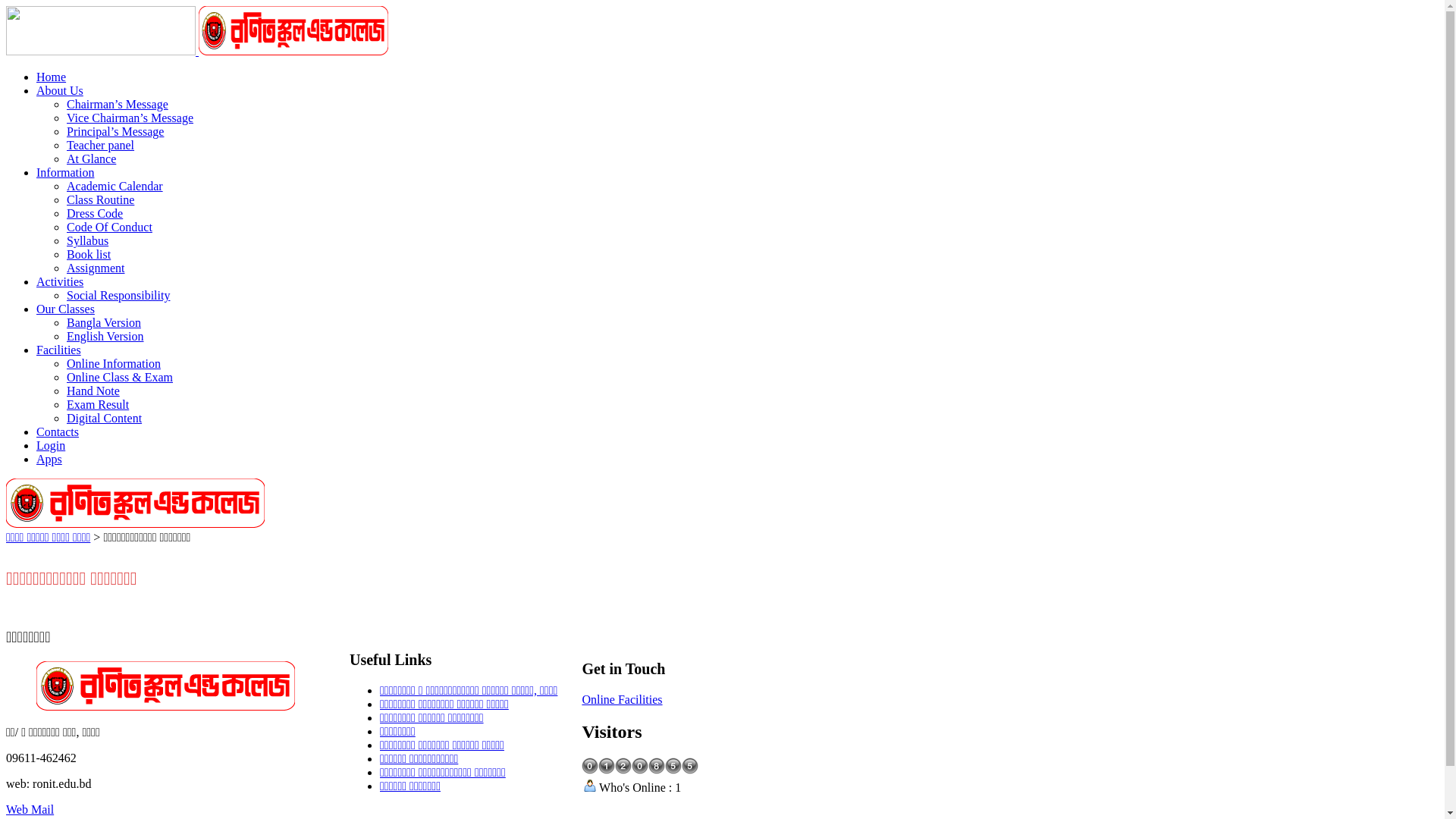 The width and height of the screenshot is (1456, 819). What do you see at coordinates (64, 308) in the screenshot?
I see `'Our Classes'` at bounding box center [64, 308].